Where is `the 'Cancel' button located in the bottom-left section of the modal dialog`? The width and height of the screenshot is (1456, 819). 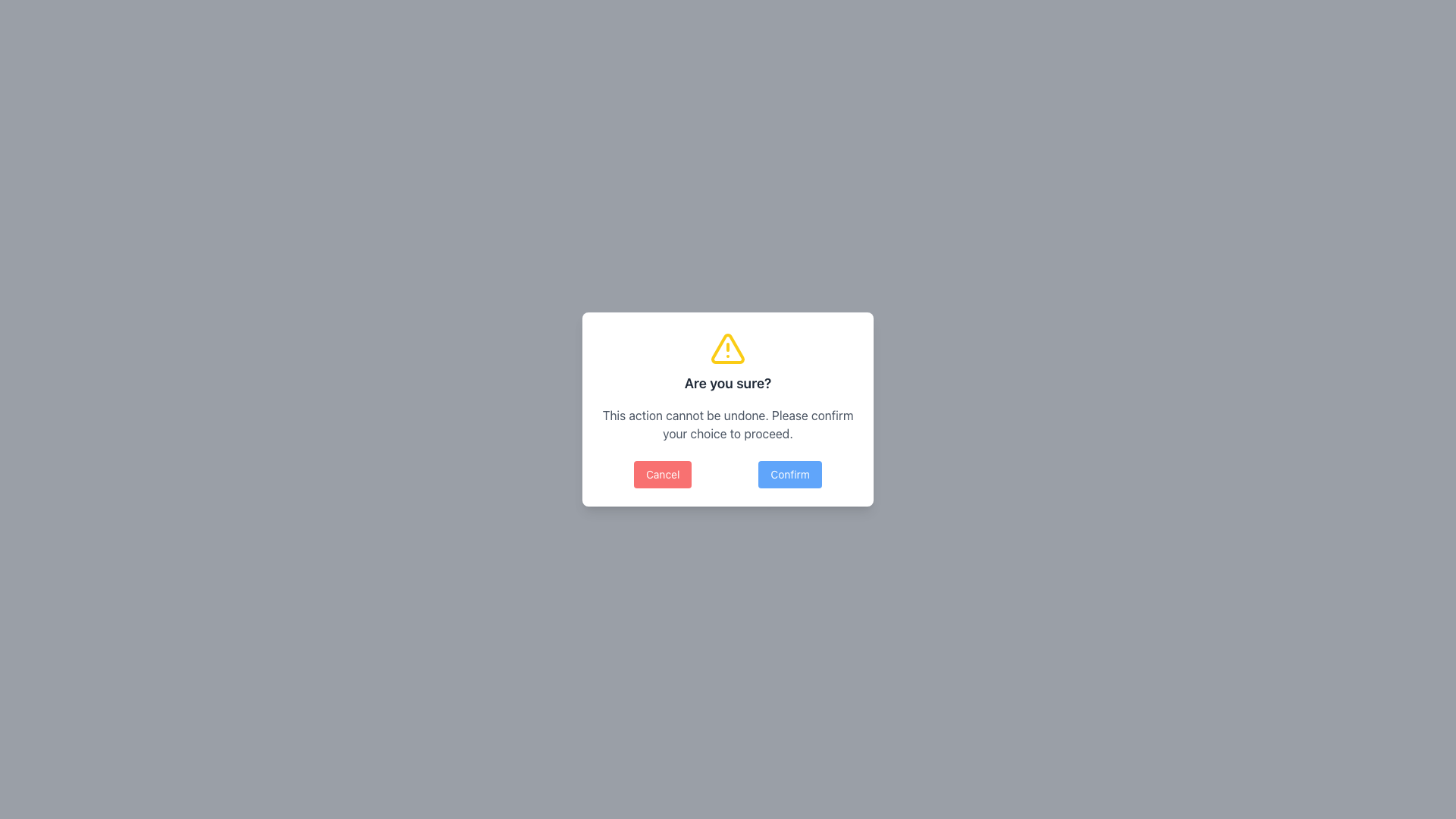 the 'Cancel' button located in the bottom-left section of the modal dialog is located at coordinates (662, 473).